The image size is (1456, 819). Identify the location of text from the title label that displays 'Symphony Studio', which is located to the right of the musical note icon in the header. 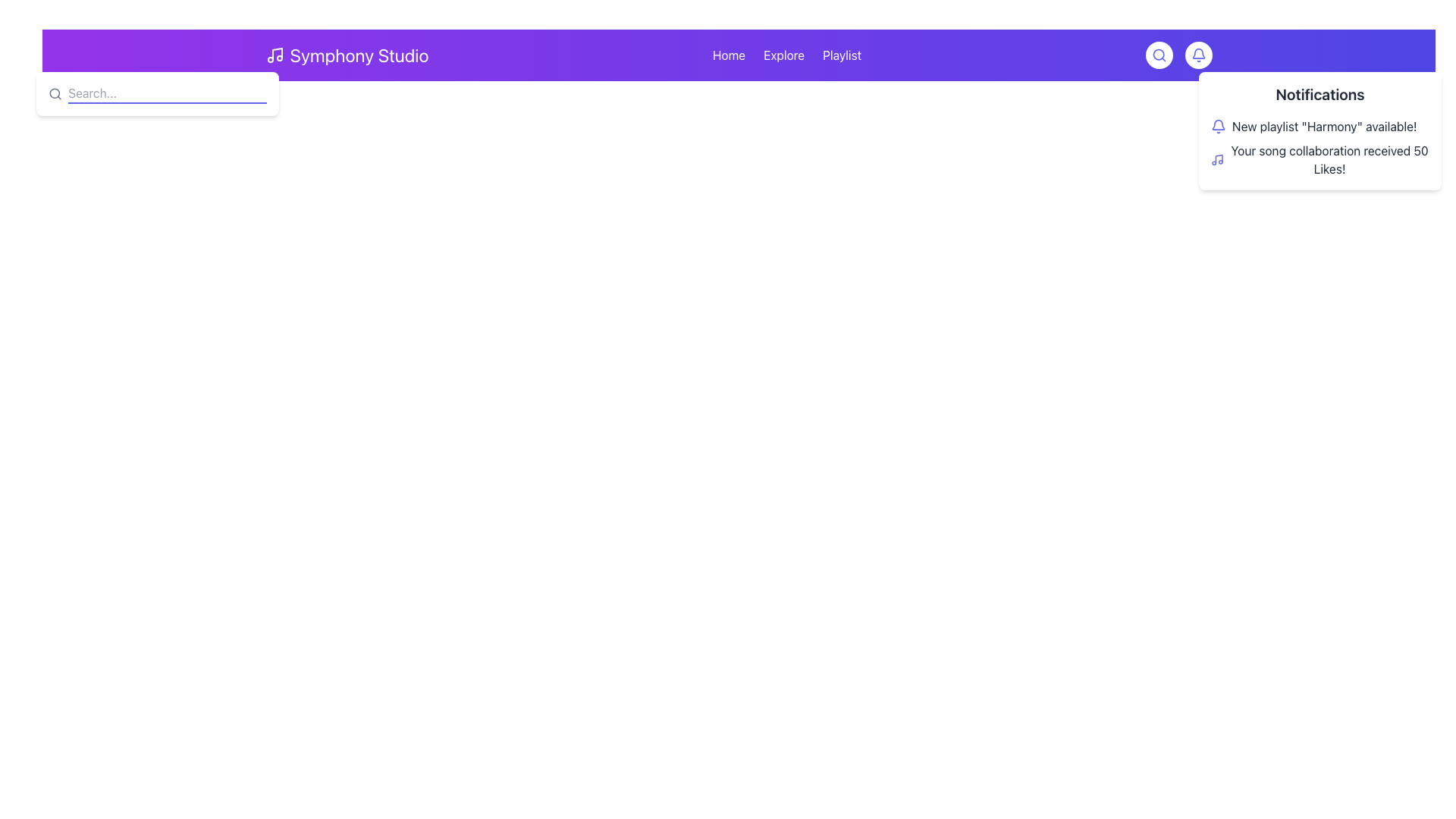
(359, 55).